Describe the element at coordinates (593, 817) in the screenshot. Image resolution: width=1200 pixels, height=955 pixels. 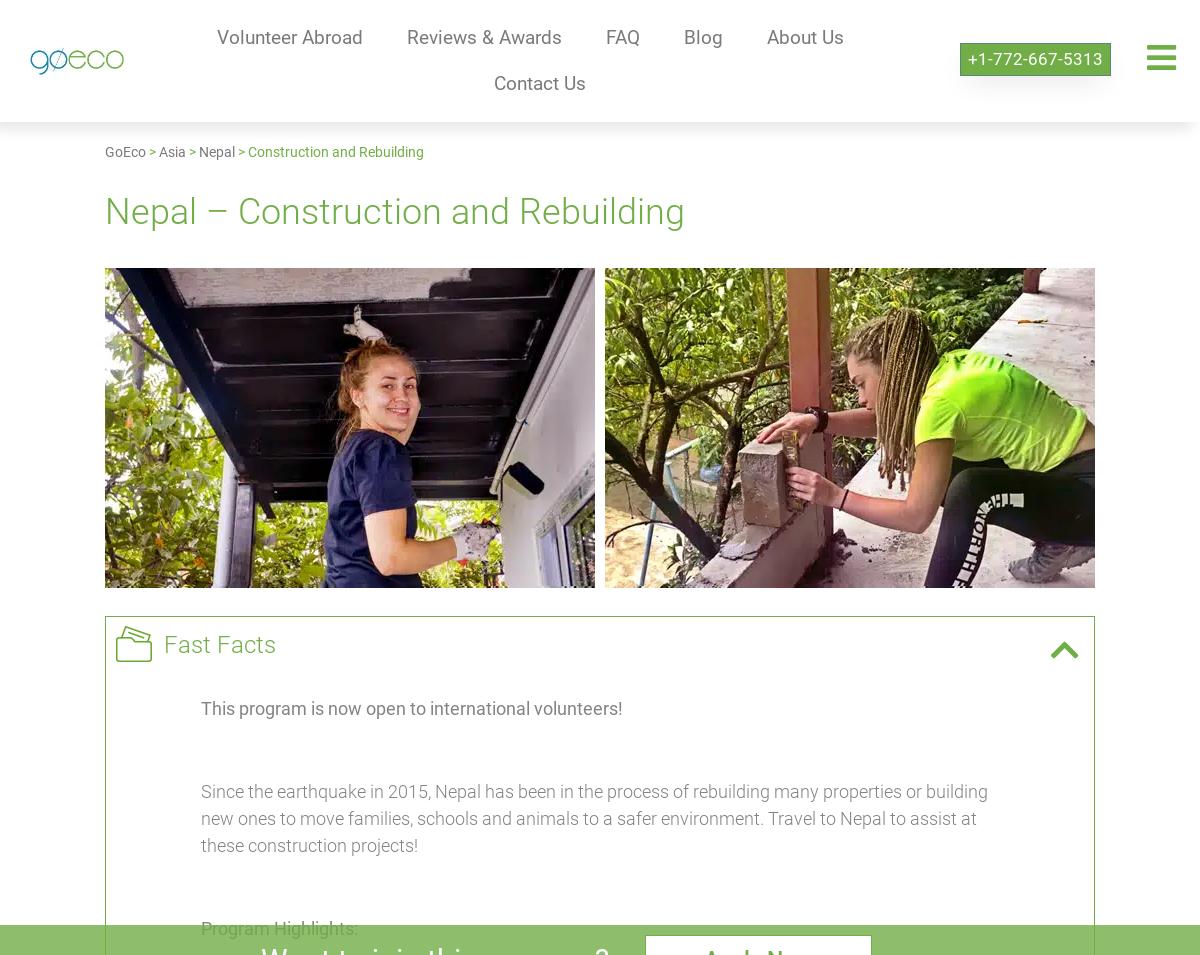
I see `'Since the earthquake in 2015, Nepal has been in the process of rebuilding many properties or building new ones to move families, schools and animals to a safer environment. Travel to Nepal to assist at these construction projects!'` at that location.